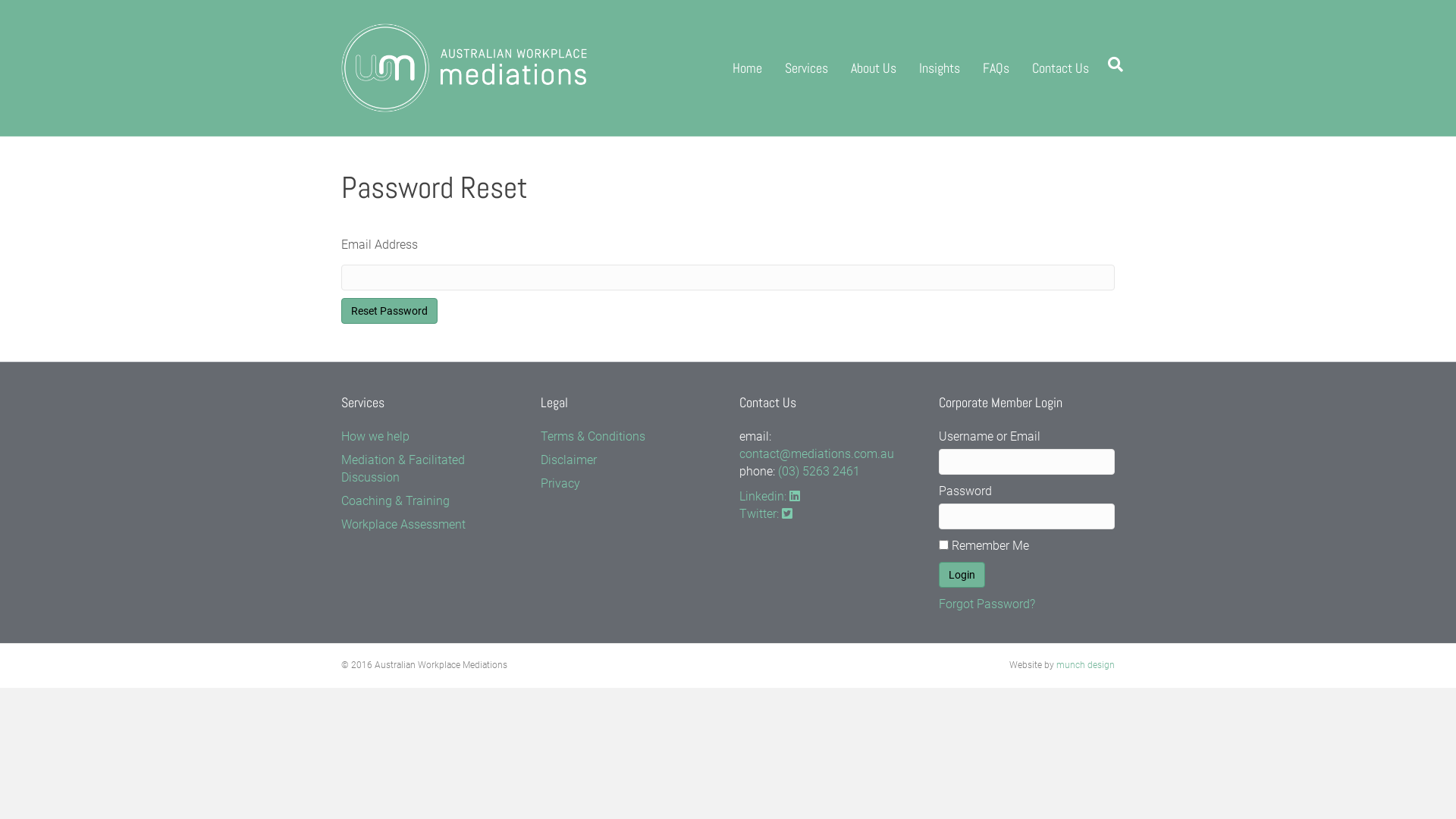  Describe the element at coordinates (747, 67) in the screenshot. I see `'Home'` at that location.